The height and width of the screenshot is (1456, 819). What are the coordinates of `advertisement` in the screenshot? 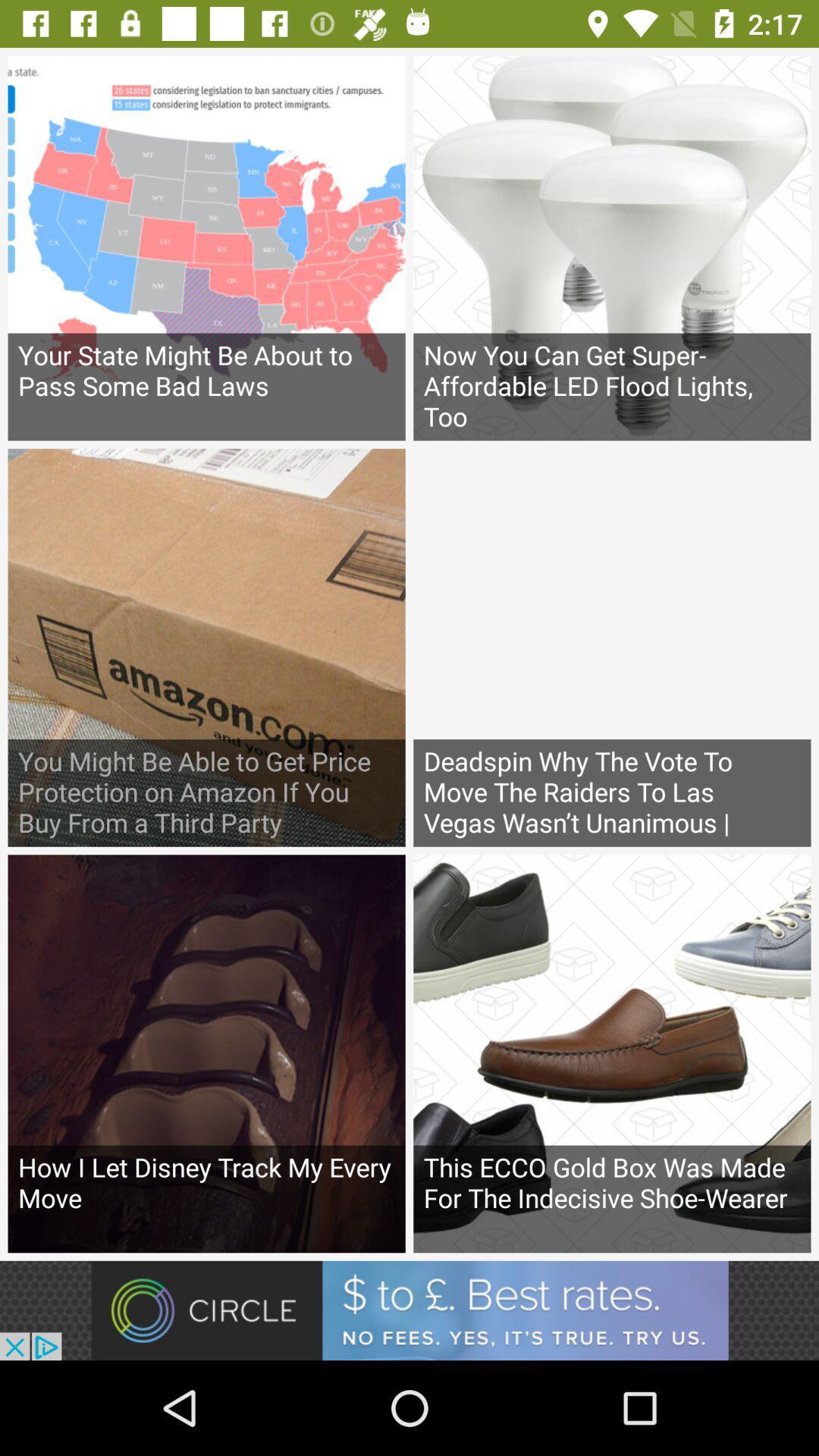 It's located at (409, 1310).